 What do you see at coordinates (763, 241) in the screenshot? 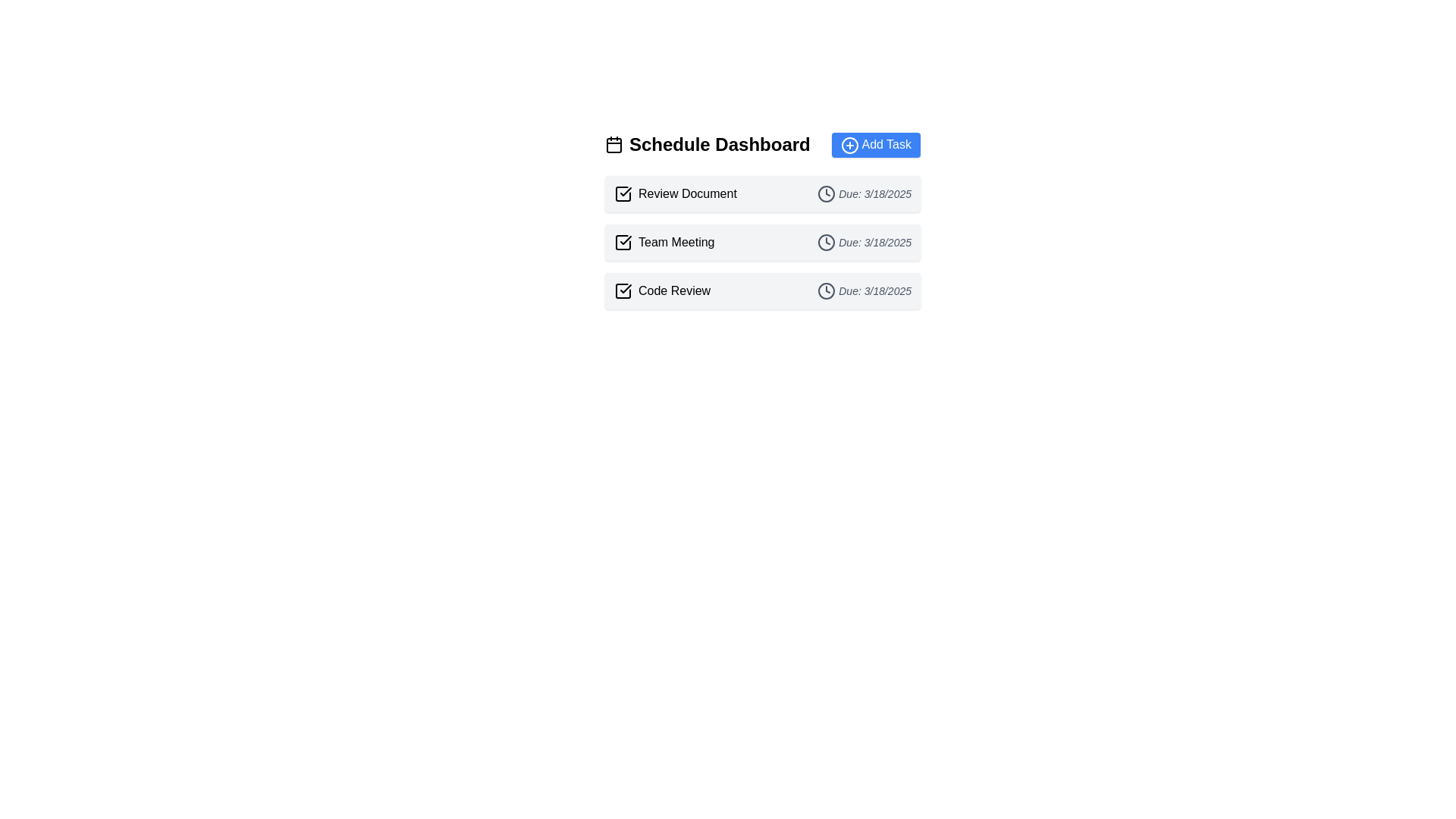
I see `the checkbox of the 'Team Meeting' scheduled for 3/18/2025 to mark the task as completed` at bounding box center [763, 241].